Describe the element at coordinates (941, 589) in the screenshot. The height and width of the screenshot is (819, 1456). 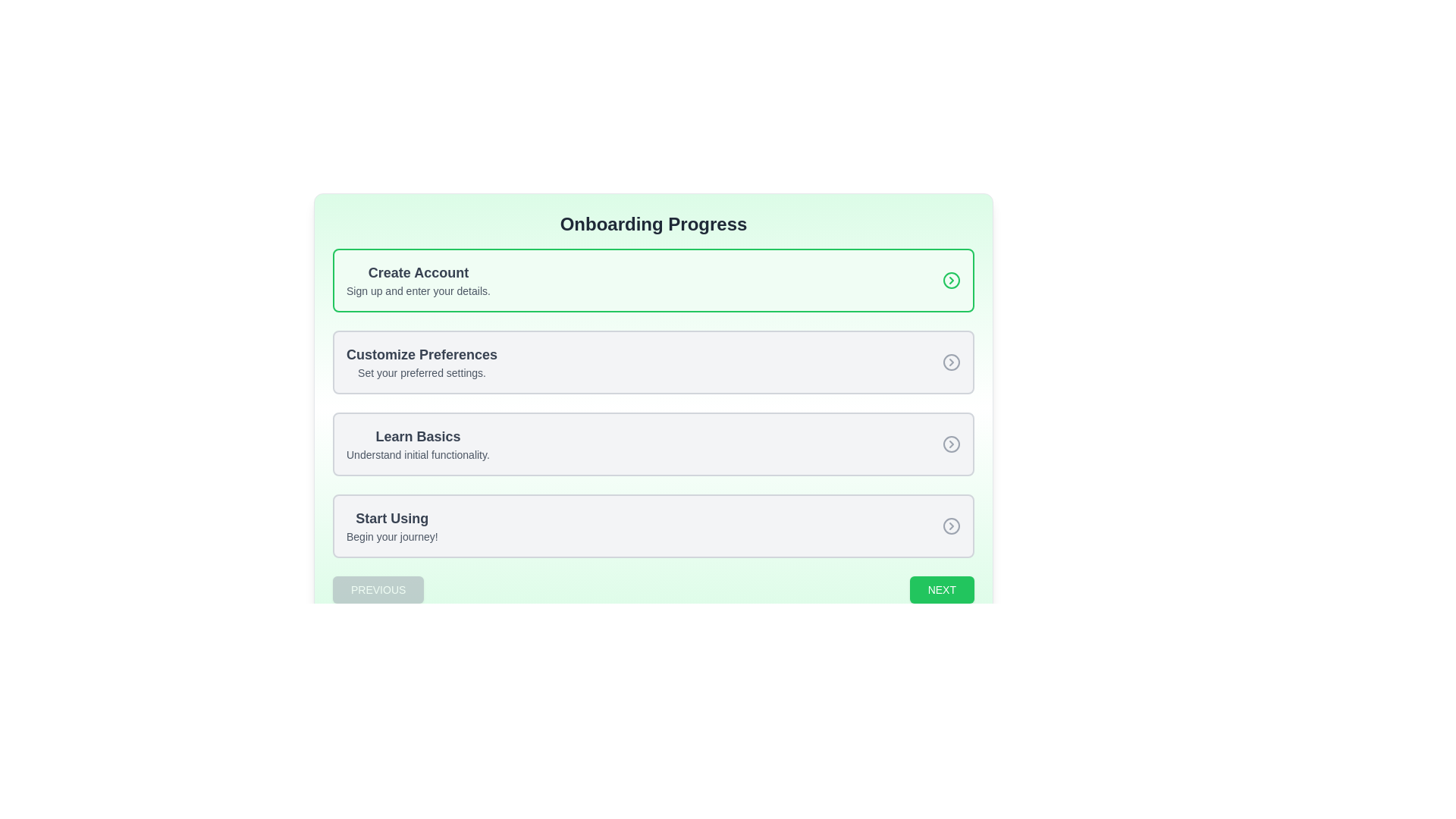
I see `the 'Next' button to proceed to the next step` at that location.